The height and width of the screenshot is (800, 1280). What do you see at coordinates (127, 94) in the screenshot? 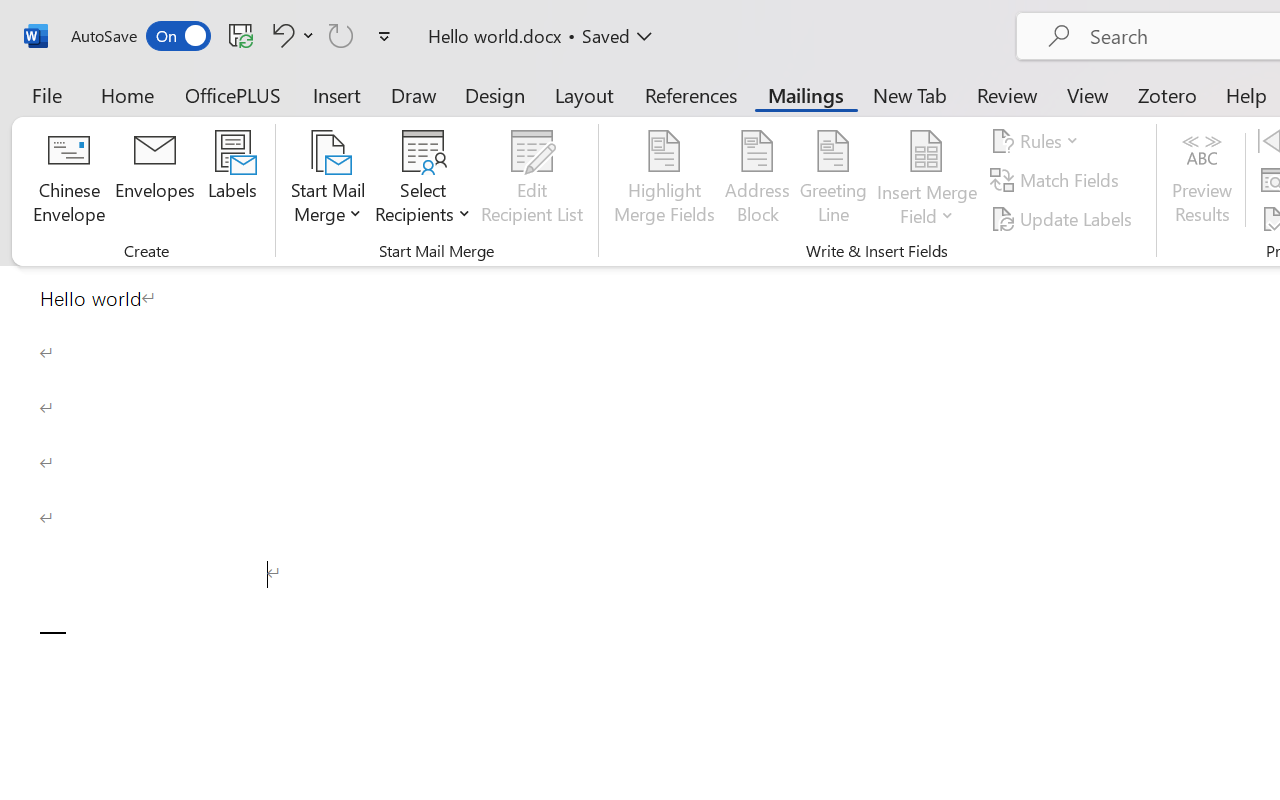
I see `'Home'` at bounding box center [127, 94].